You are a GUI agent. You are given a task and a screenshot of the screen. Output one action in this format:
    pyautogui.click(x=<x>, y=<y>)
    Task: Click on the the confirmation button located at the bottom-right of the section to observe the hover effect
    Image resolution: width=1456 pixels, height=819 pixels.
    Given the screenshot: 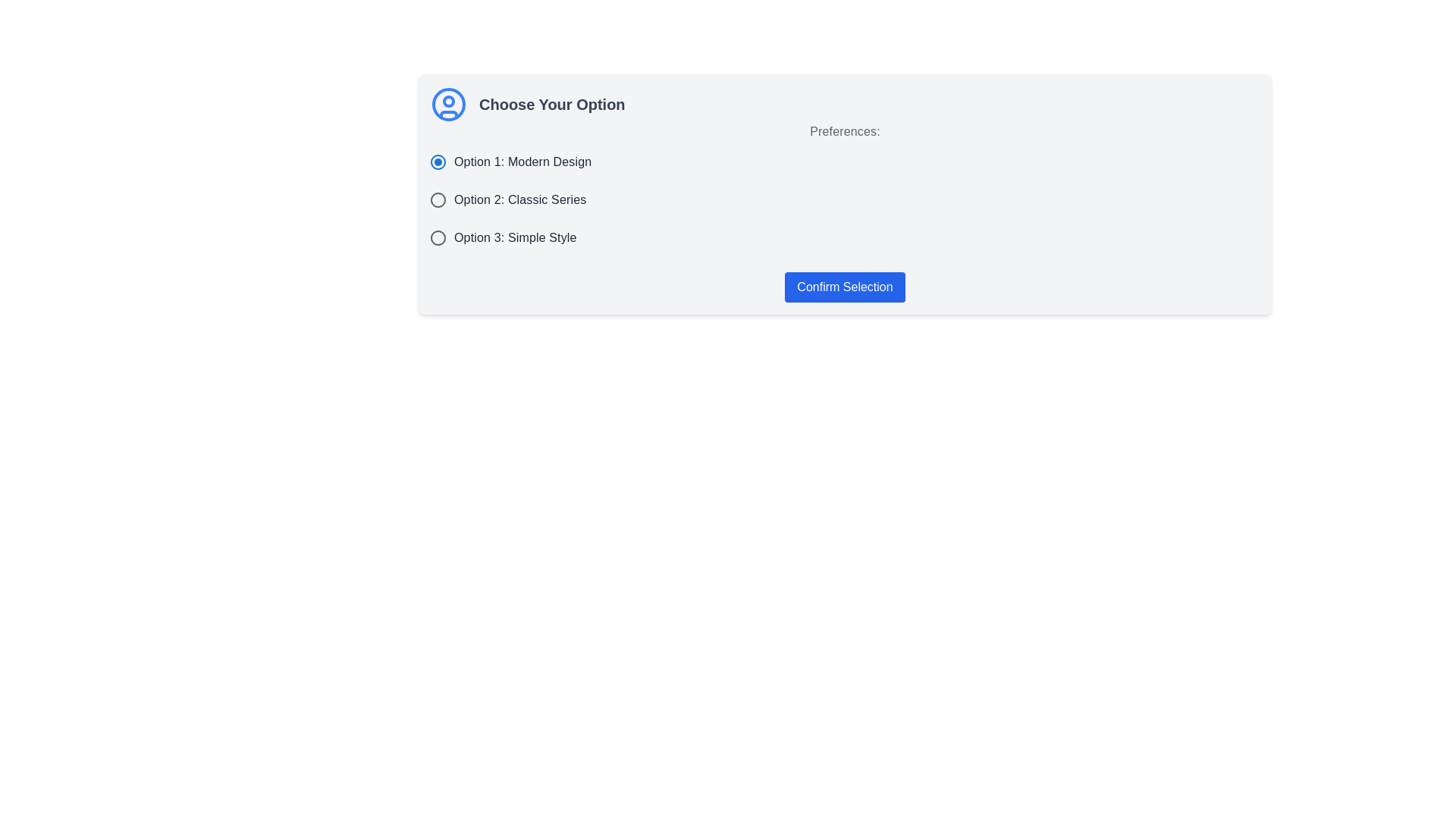 What is the action you would take?
    pyautogui.click(x=844, y=287)
    